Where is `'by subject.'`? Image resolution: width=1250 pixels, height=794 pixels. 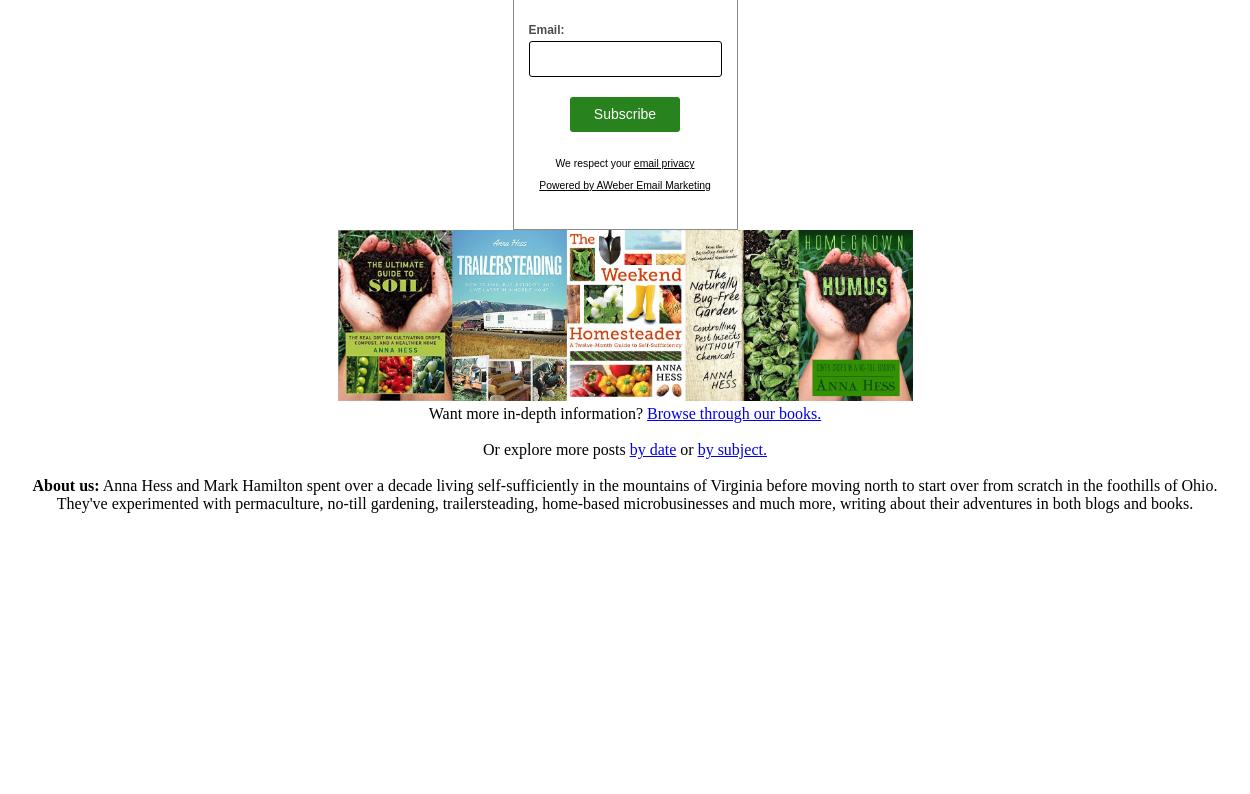 'by subject.' is located at coordinates (730, 448).